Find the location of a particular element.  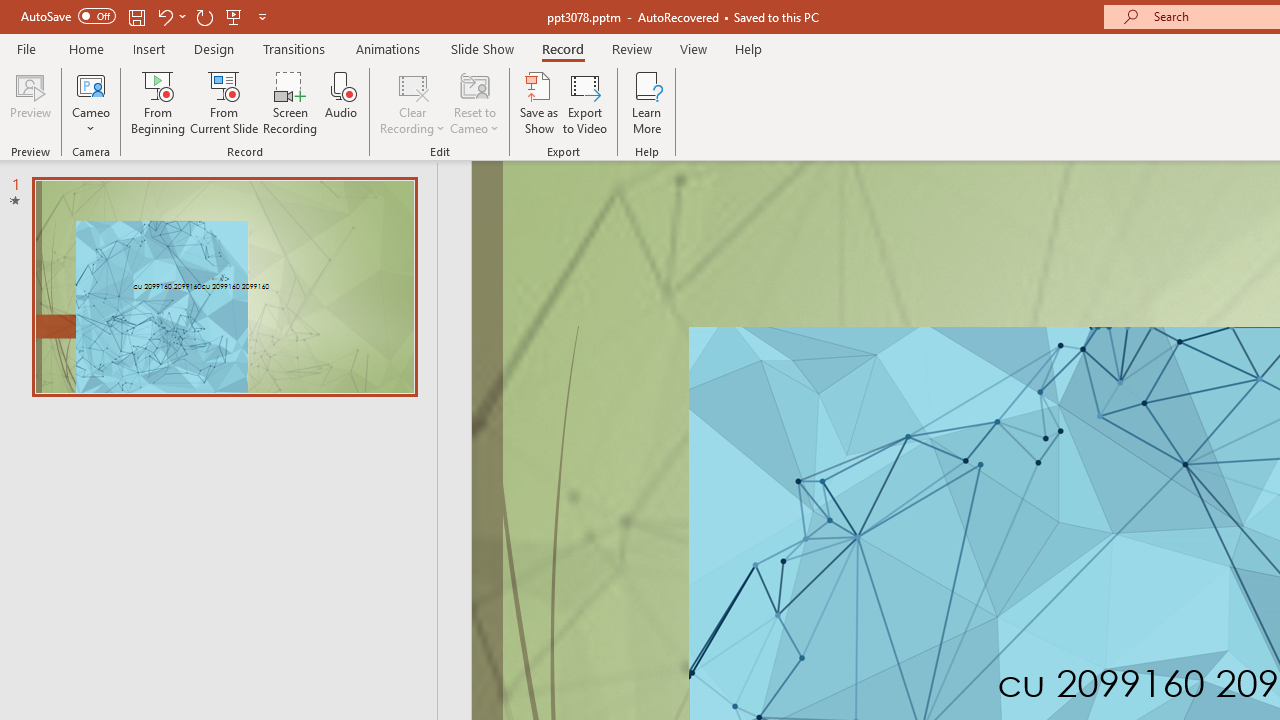

'Reset to Cameo' is located at coordinates (473, 103).